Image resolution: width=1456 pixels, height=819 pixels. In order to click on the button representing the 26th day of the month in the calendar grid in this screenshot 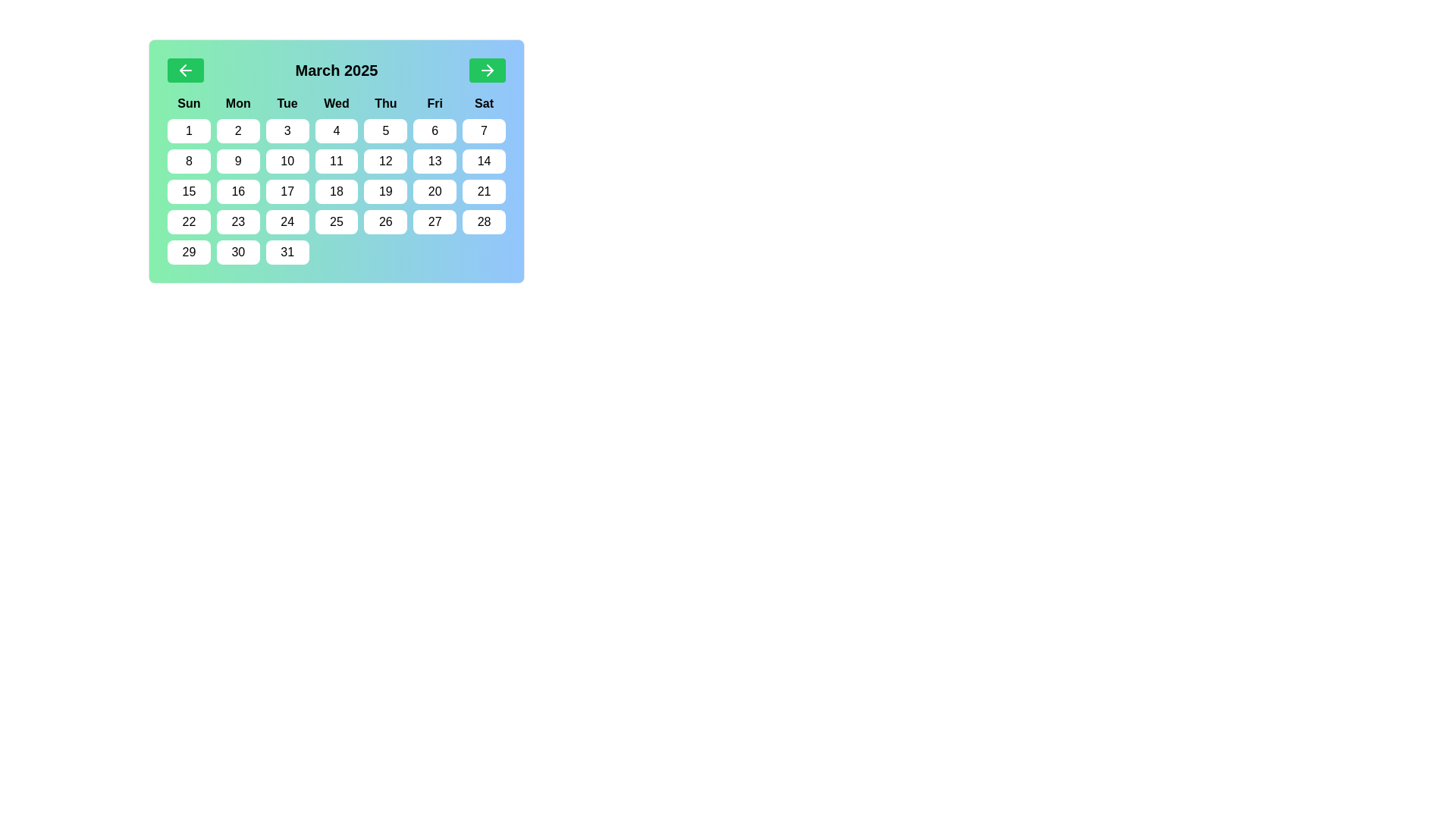, I will do `click(385, 222)`.